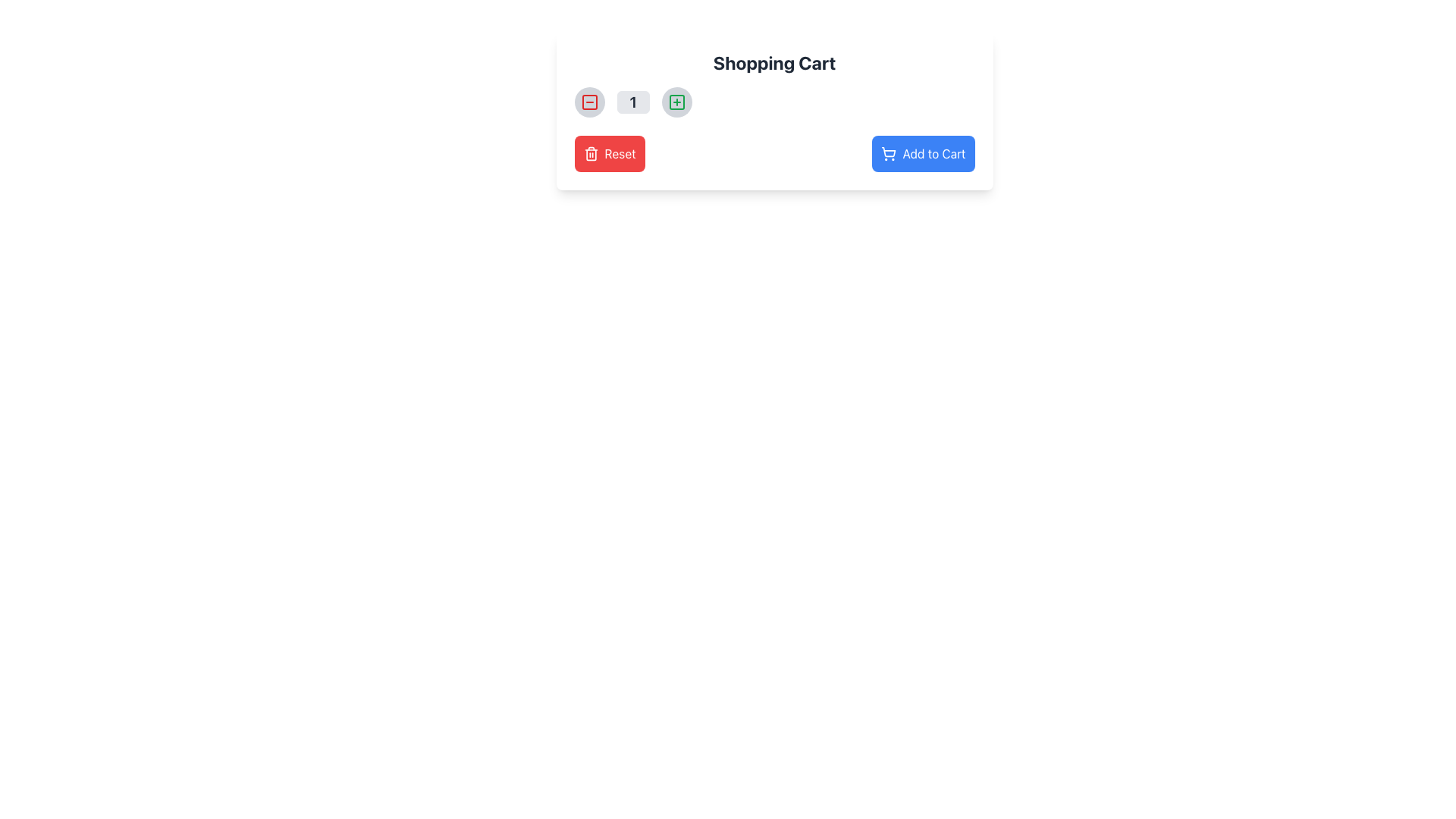  What do you see at coordinates (923, 154) in the screenshot?
I see `the 'Add to Cart' button with a blue background and white text to trigger focus styling` at bounding box center [923, 154].